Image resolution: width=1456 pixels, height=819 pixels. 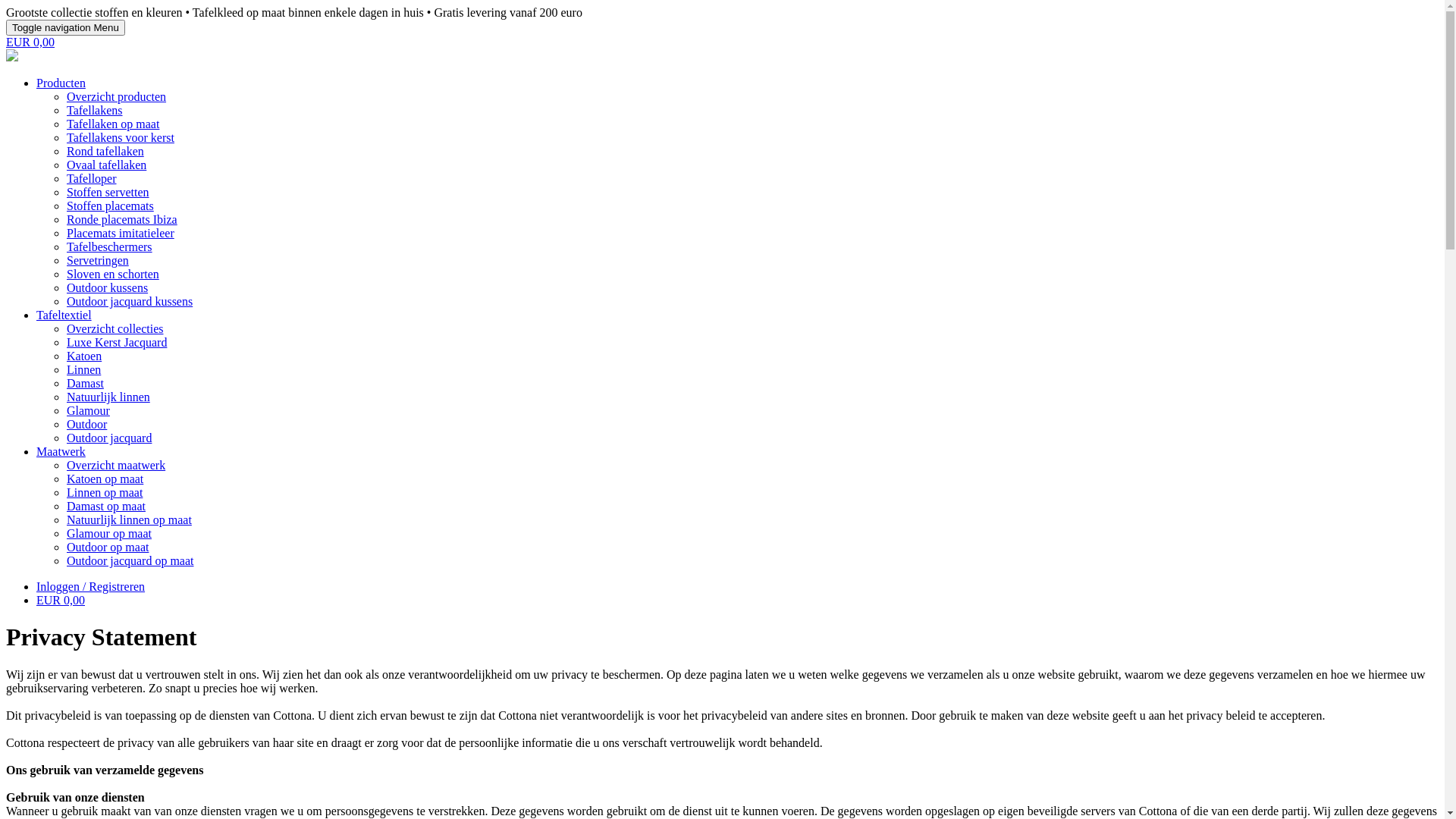 What do you see at coordinates (90, 177) in the screenshot?
I see `'Tafelloper'` at bounding box center [90, 177].